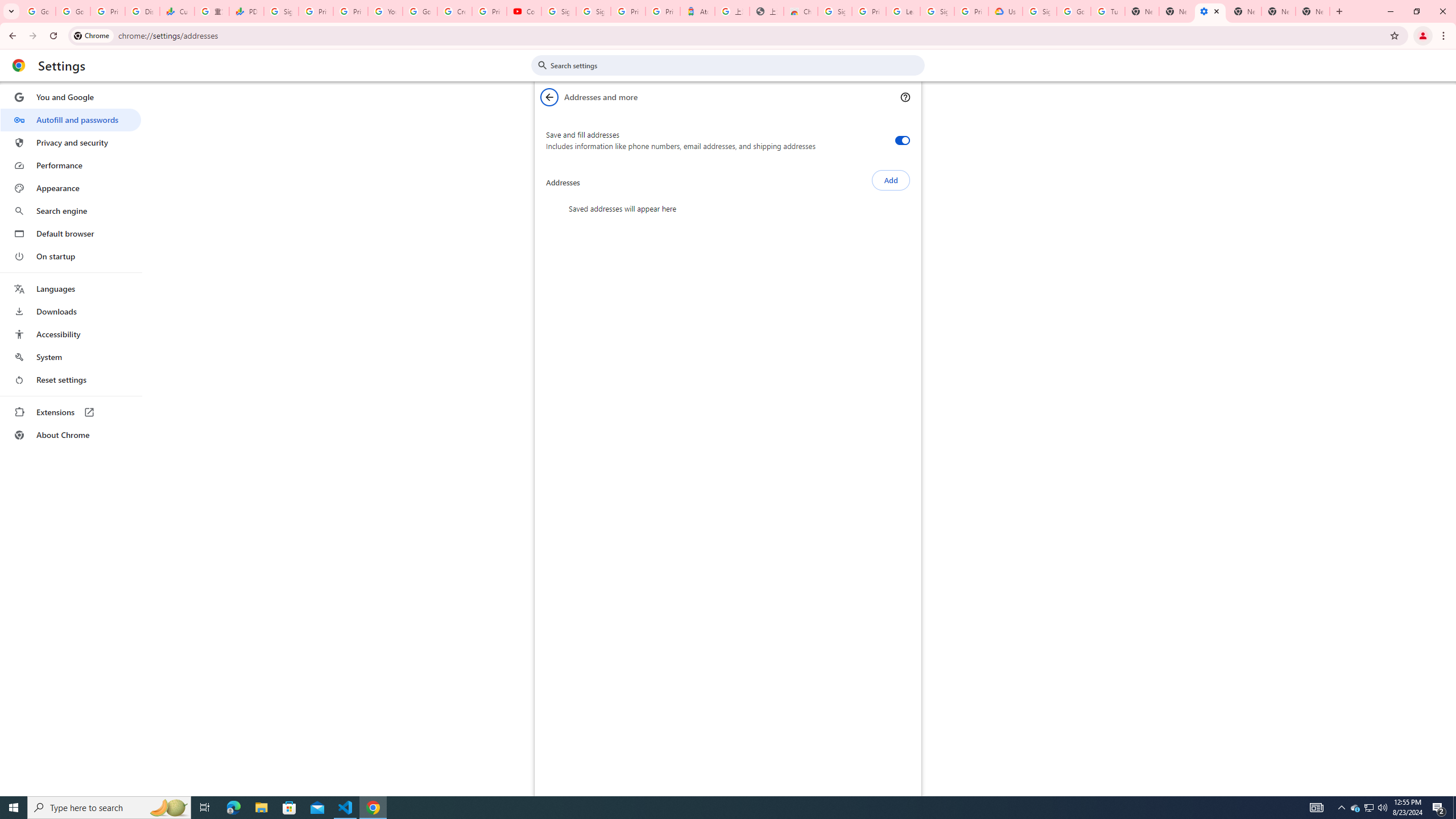  What do you see at coordinates (1210, 11) in the screenshot?
I see `'Settings - Addresses and more'` at bounding box center [1210, 11].